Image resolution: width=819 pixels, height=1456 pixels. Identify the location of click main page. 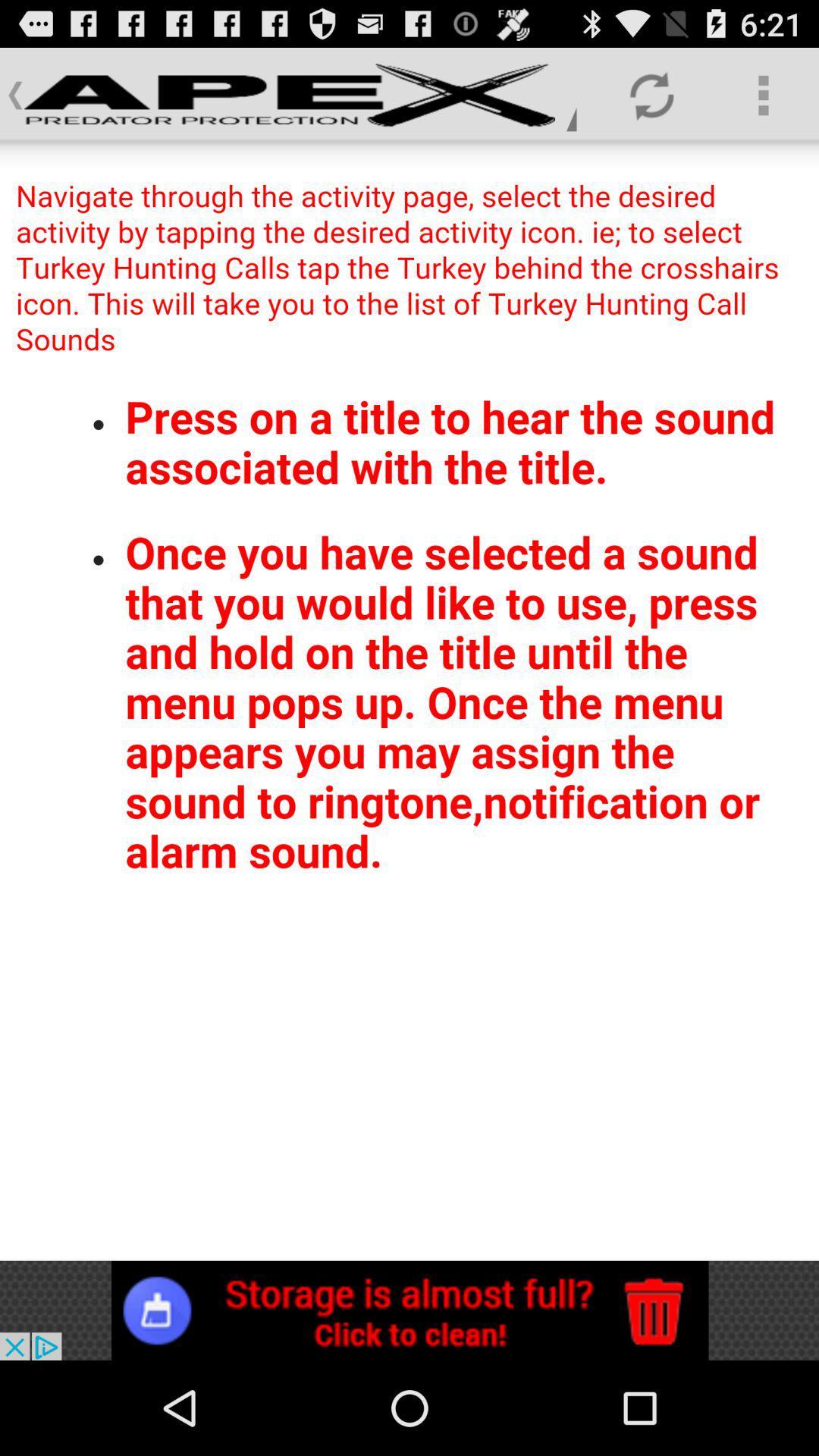
(409, 701).